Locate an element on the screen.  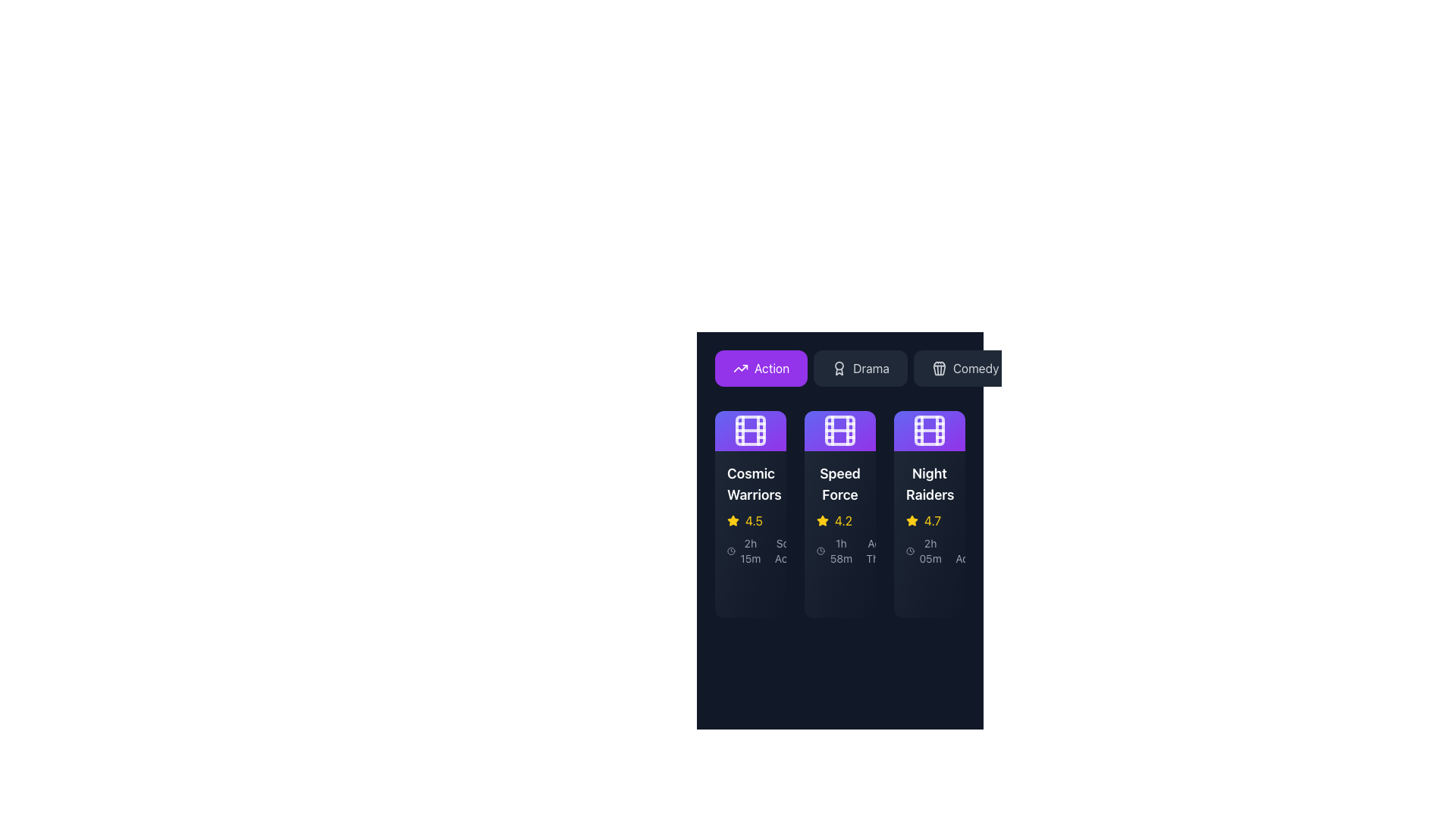
the icons within the 'Speed Force' movie information card, which is the second card from the left in the grid layout under the 'Action', 'Drama', and 'Comedy' tabs is located at coordinates (839, 483).